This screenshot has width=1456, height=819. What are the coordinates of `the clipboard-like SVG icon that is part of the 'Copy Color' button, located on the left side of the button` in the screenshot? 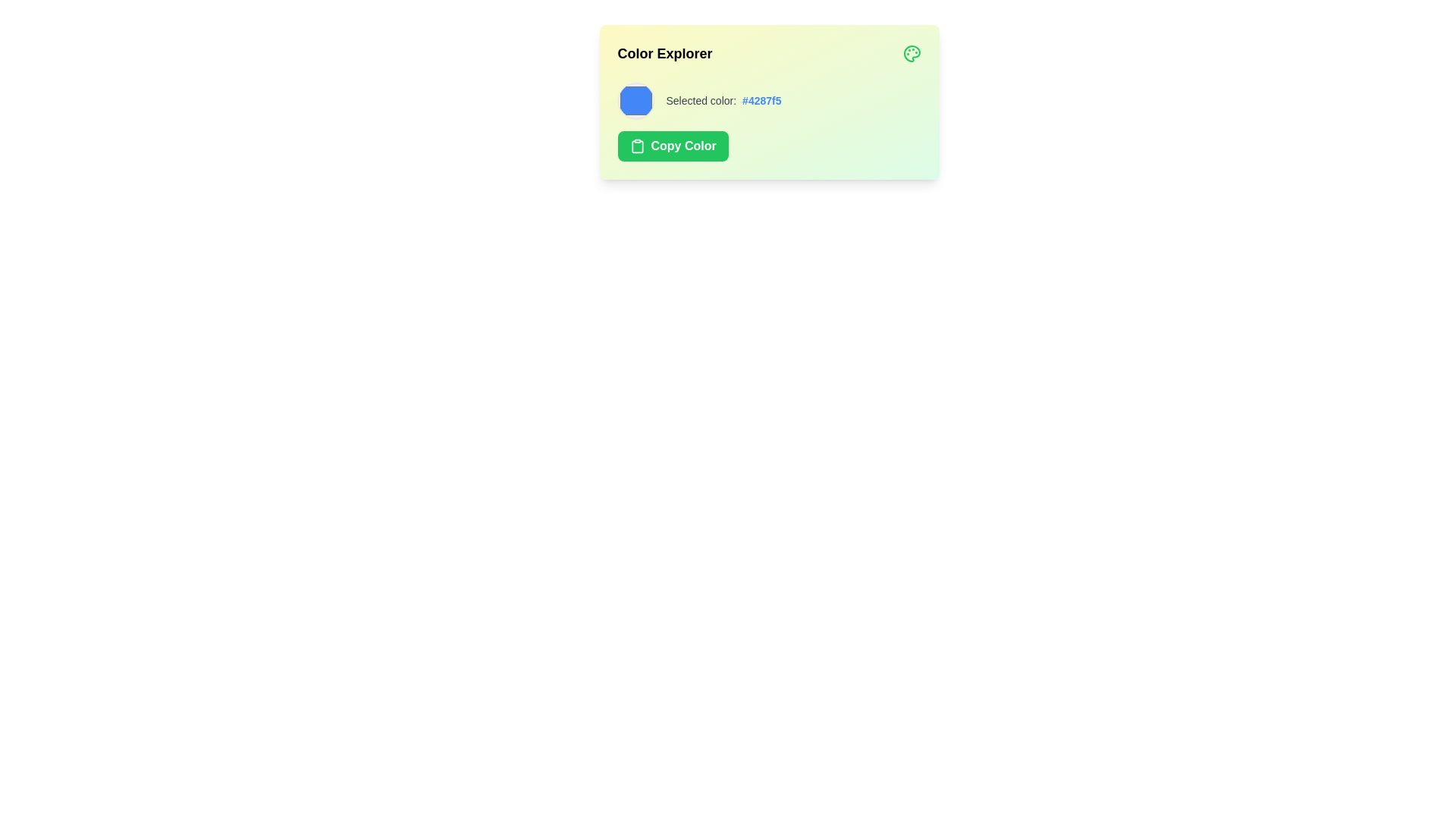 It's located at (637, 146).